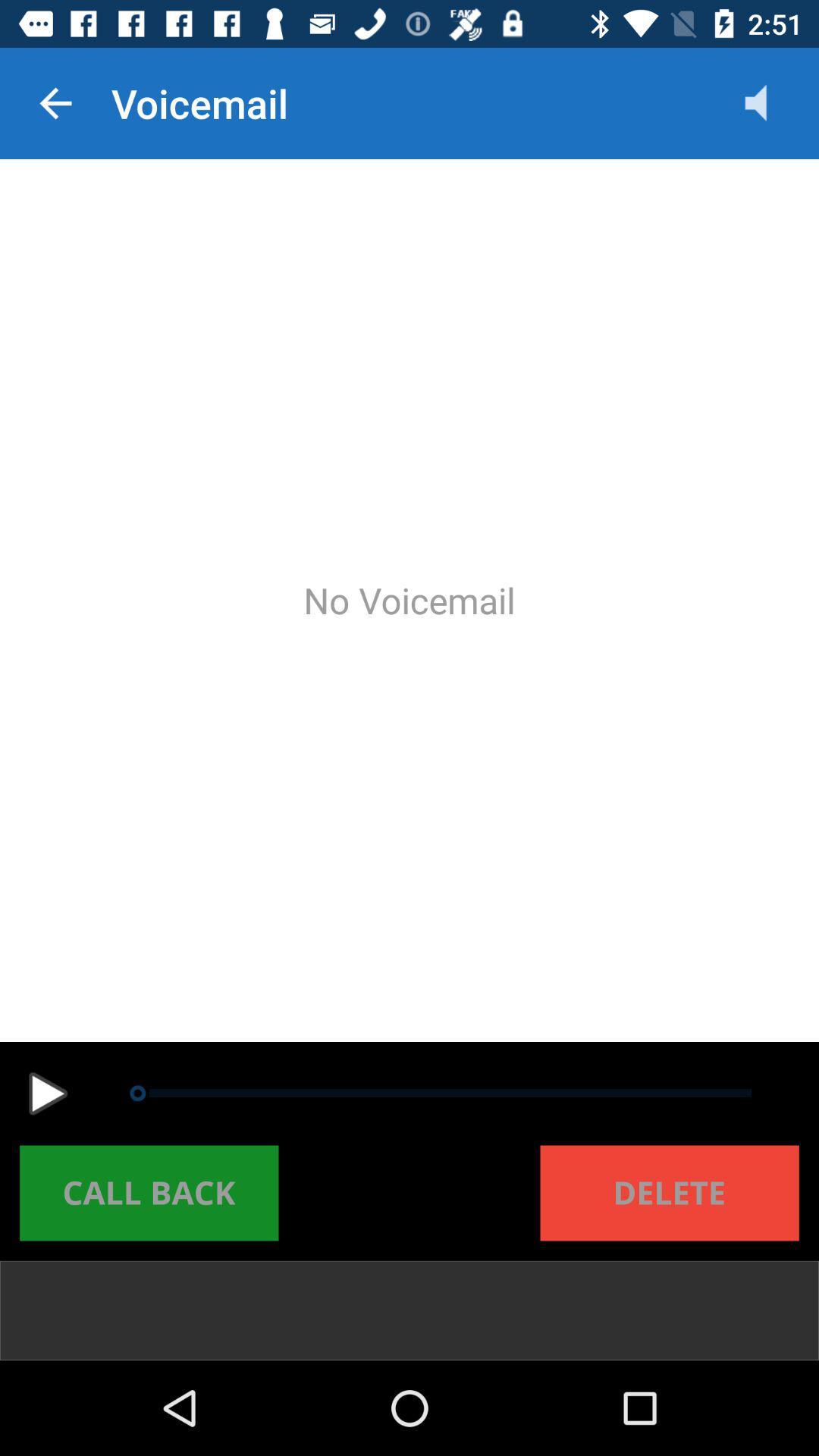 The image size is (819, 1456). What do you see at coordinates (149, 1192) in the screenshot?
I see `the call back icon` at bounding box center [149, 1192].